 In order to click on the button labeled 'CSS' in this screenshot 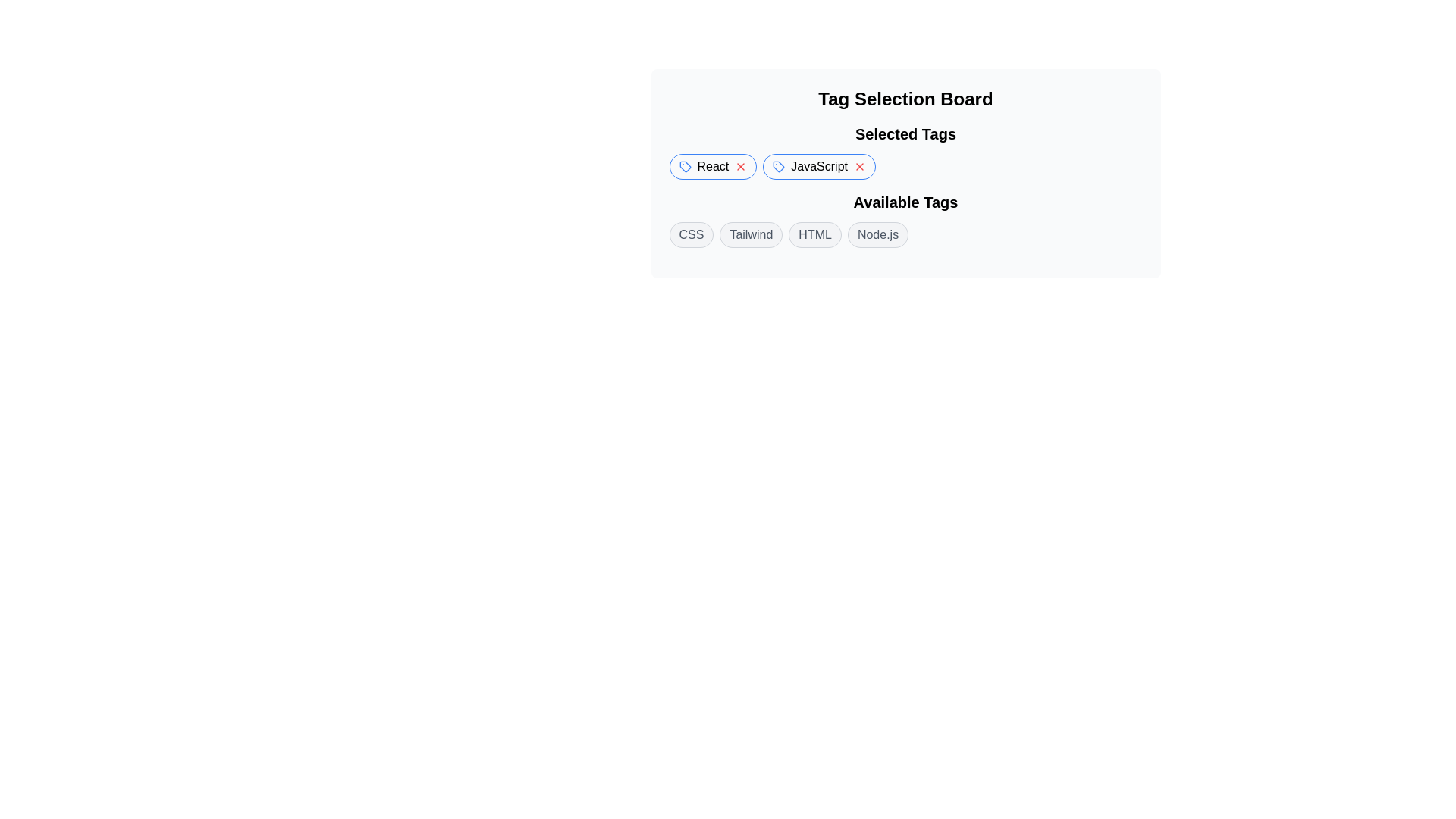, I will do `click(691, 234)`.